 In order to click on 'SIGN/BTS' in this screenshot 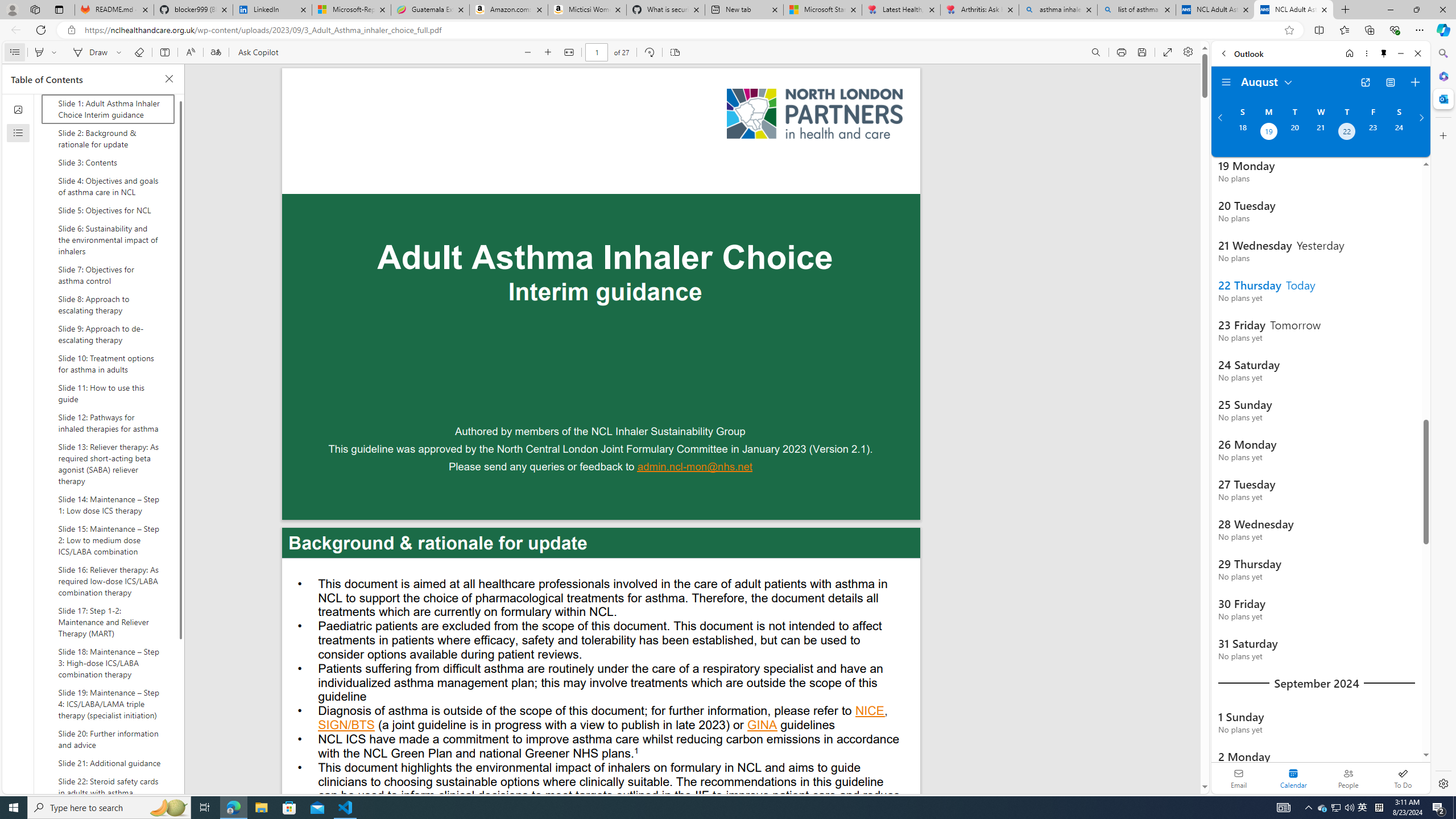, I will do `click(346, 726)`.